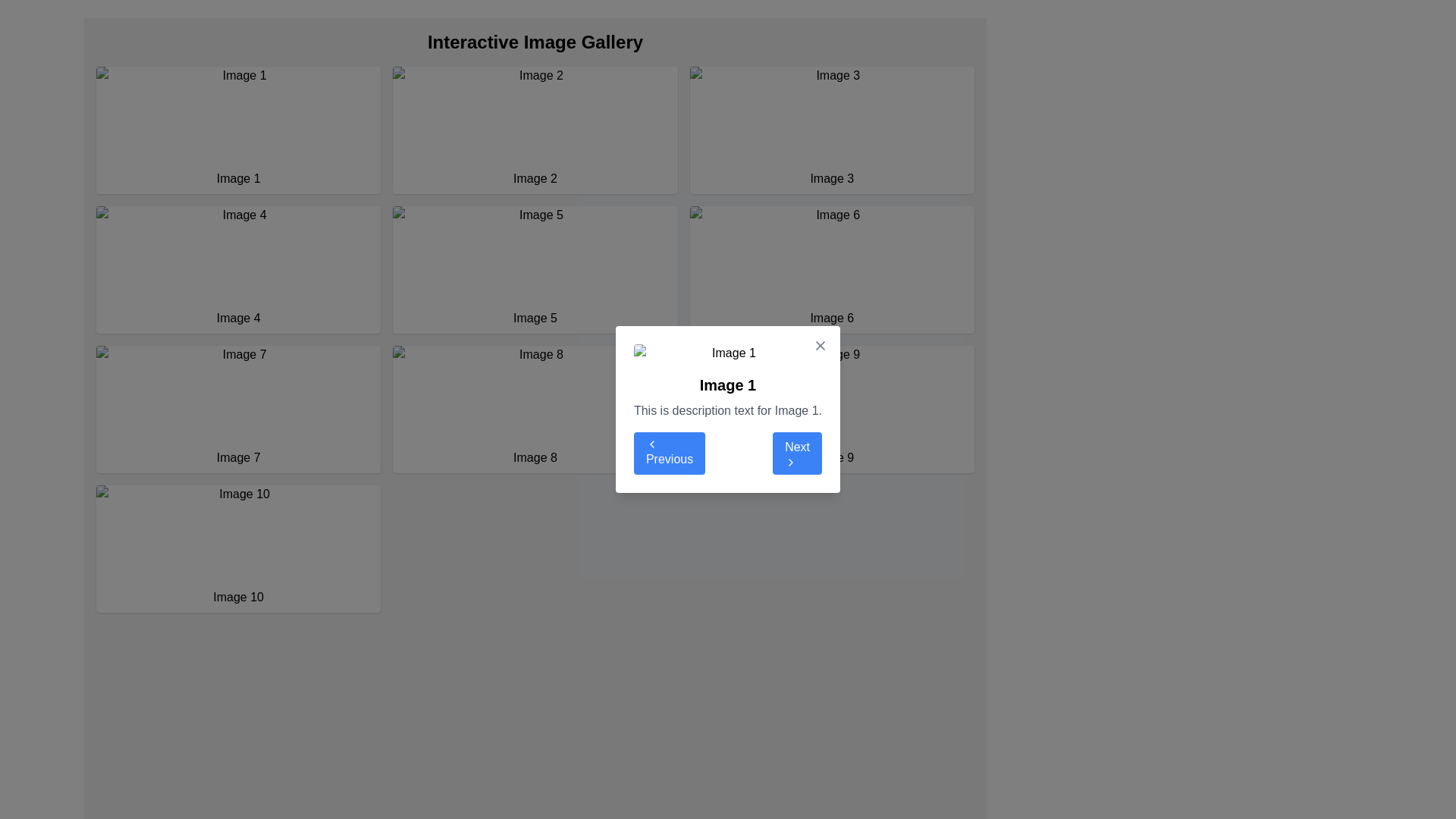  What do you see at coordinates (237, 177) in the screenshot?
I see `text label located at the bottom of the card structure, which serves as an identifier for the associated image above it` at bounding box center [237, 177].